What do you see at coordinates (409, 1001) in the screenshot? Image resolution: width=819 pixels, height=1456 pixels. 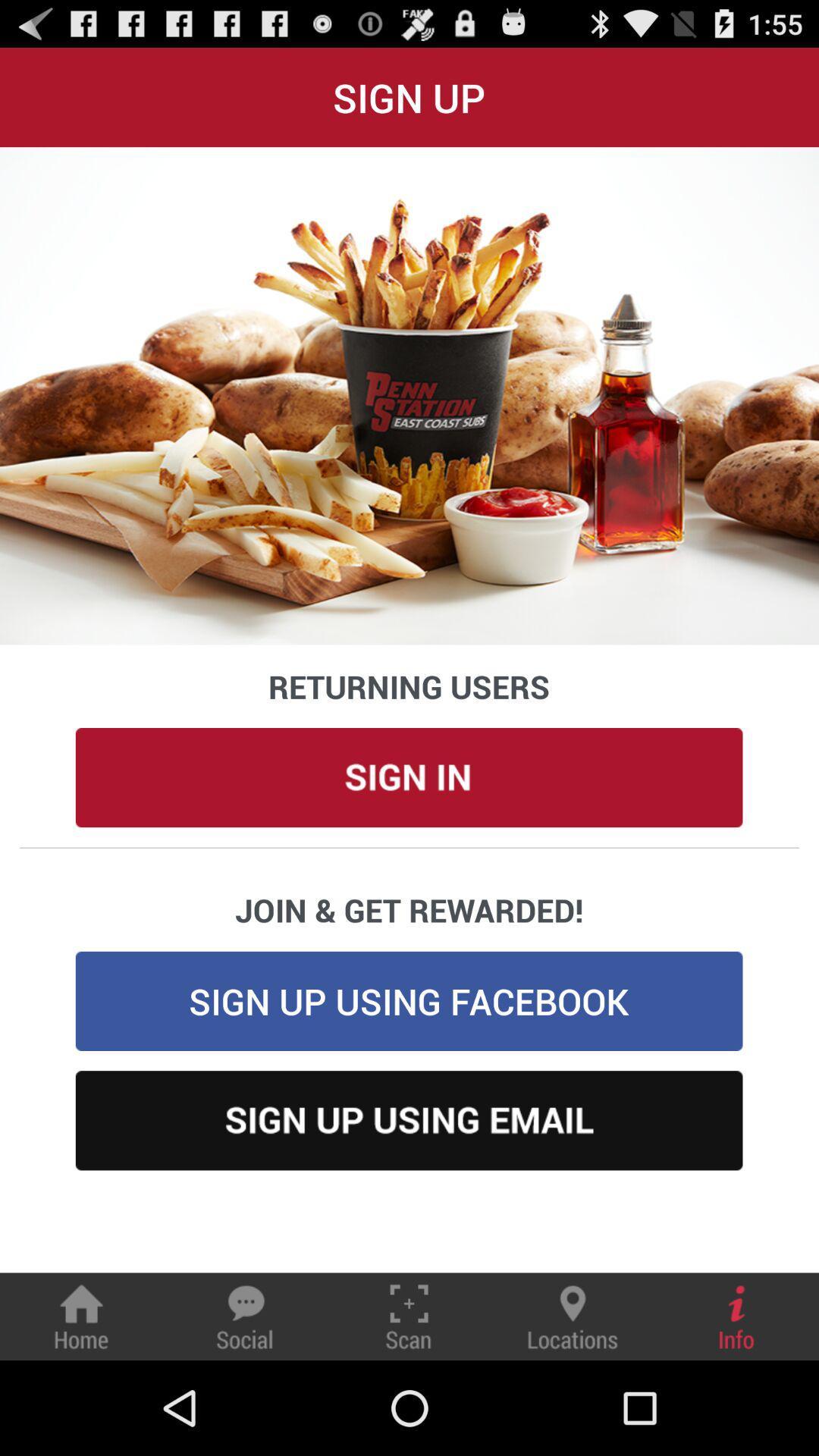 I see `sign up using facebook` at bounding box center [409, 1001].